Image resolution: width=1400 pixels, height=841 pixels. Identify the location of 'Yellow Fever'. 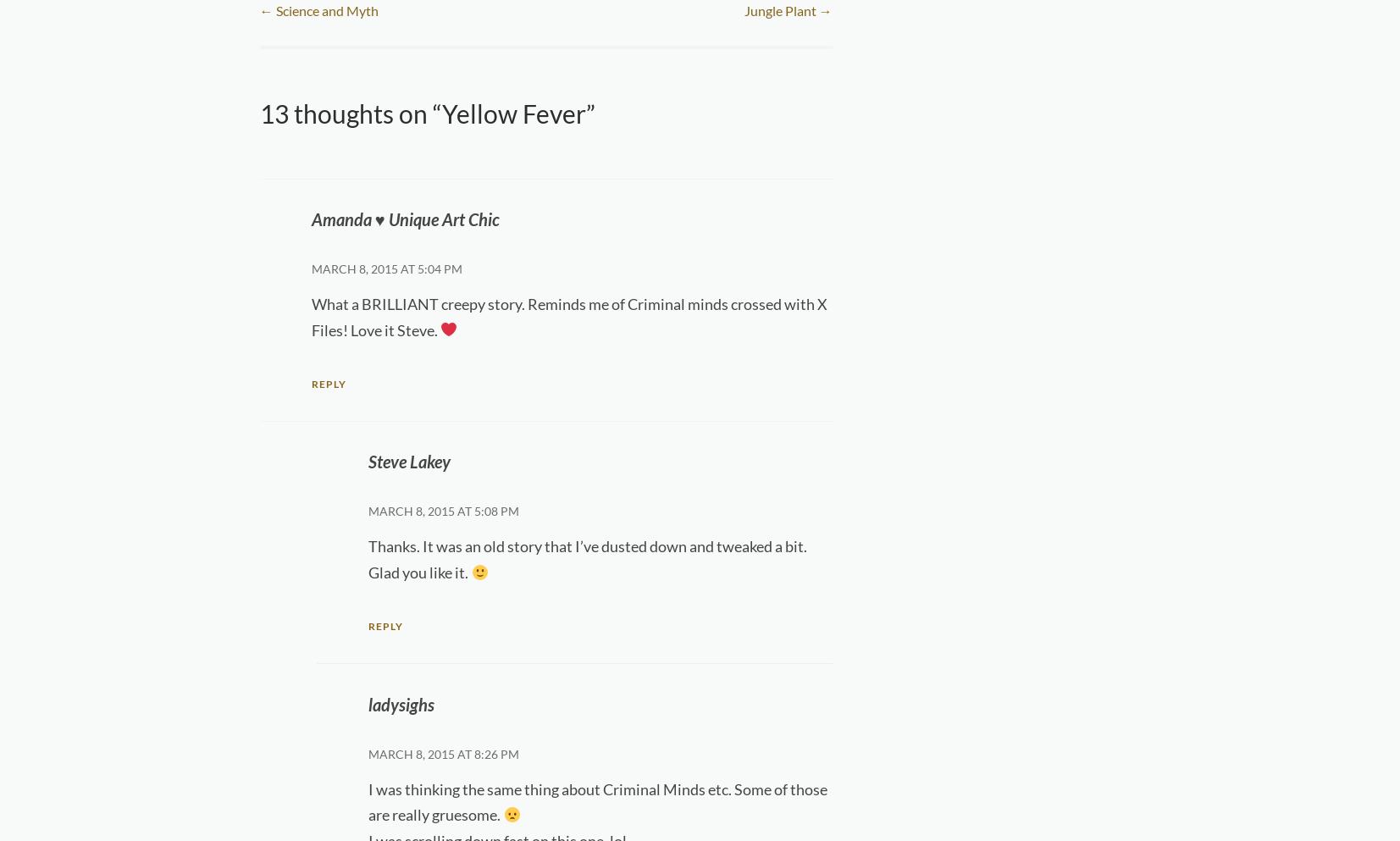
(512, 112).